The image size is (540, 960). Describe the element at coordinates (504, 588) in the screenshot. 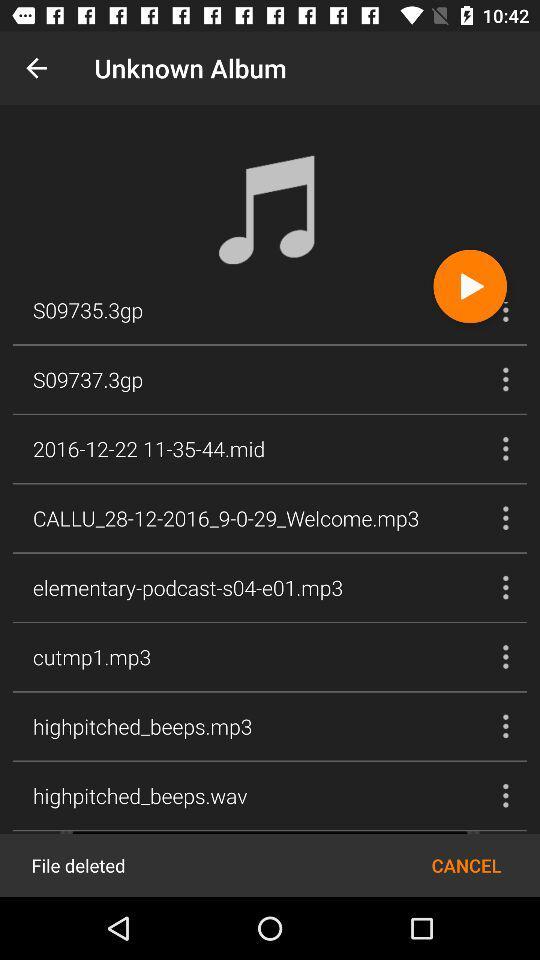

I see `fifth more button from top` at that location.